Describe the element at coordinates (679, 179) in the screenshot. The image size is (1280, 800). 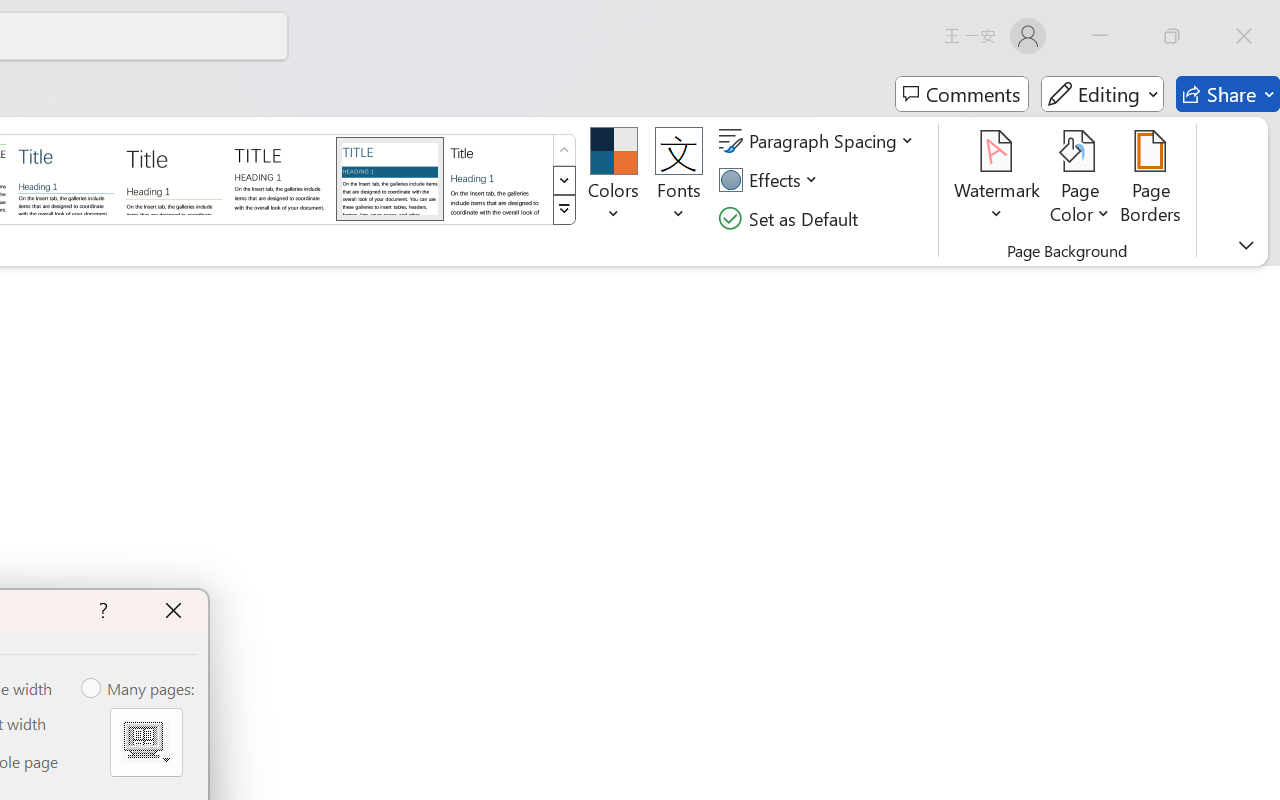
I see `'Fonts'` at that location.